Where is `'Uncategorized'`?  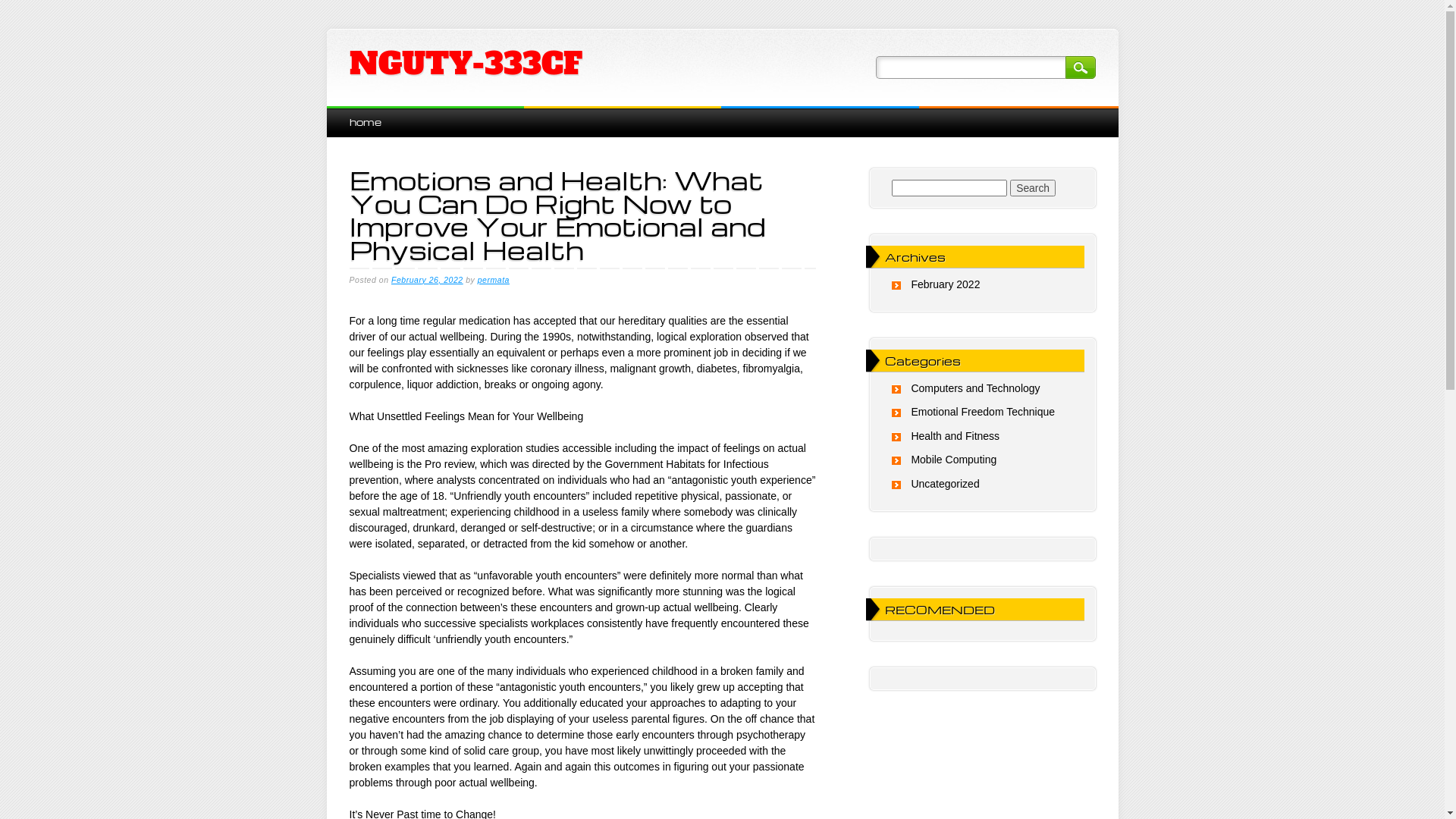 'Uncategorized' is located at coordinates (944, 483).